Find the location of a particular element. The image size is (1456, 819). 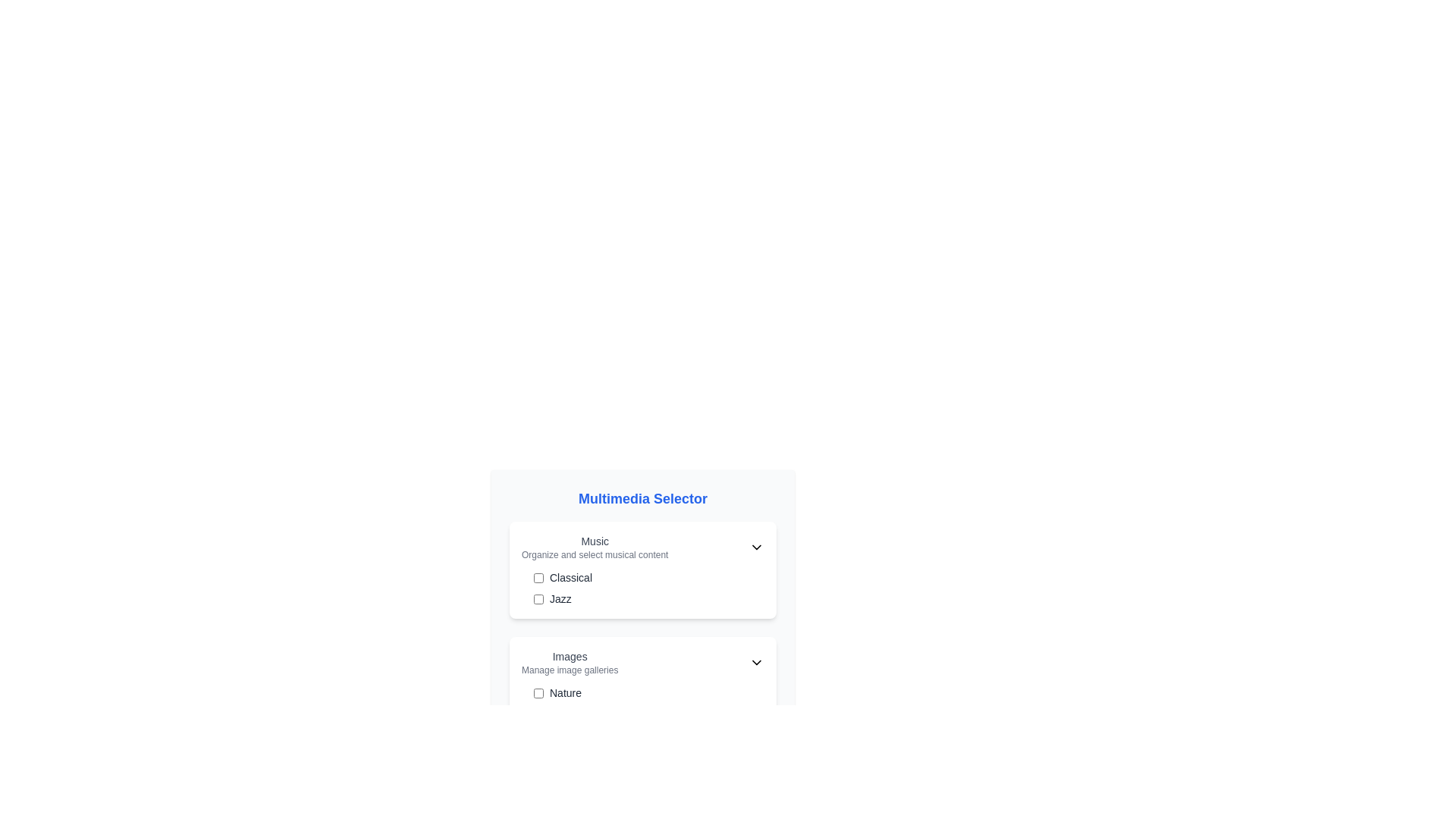

the interactive checkbox with a blue outline next to the text 'Jazz' in the 'Music' section of the 'Multimedia Selector' is located at coordinates (538, 598).